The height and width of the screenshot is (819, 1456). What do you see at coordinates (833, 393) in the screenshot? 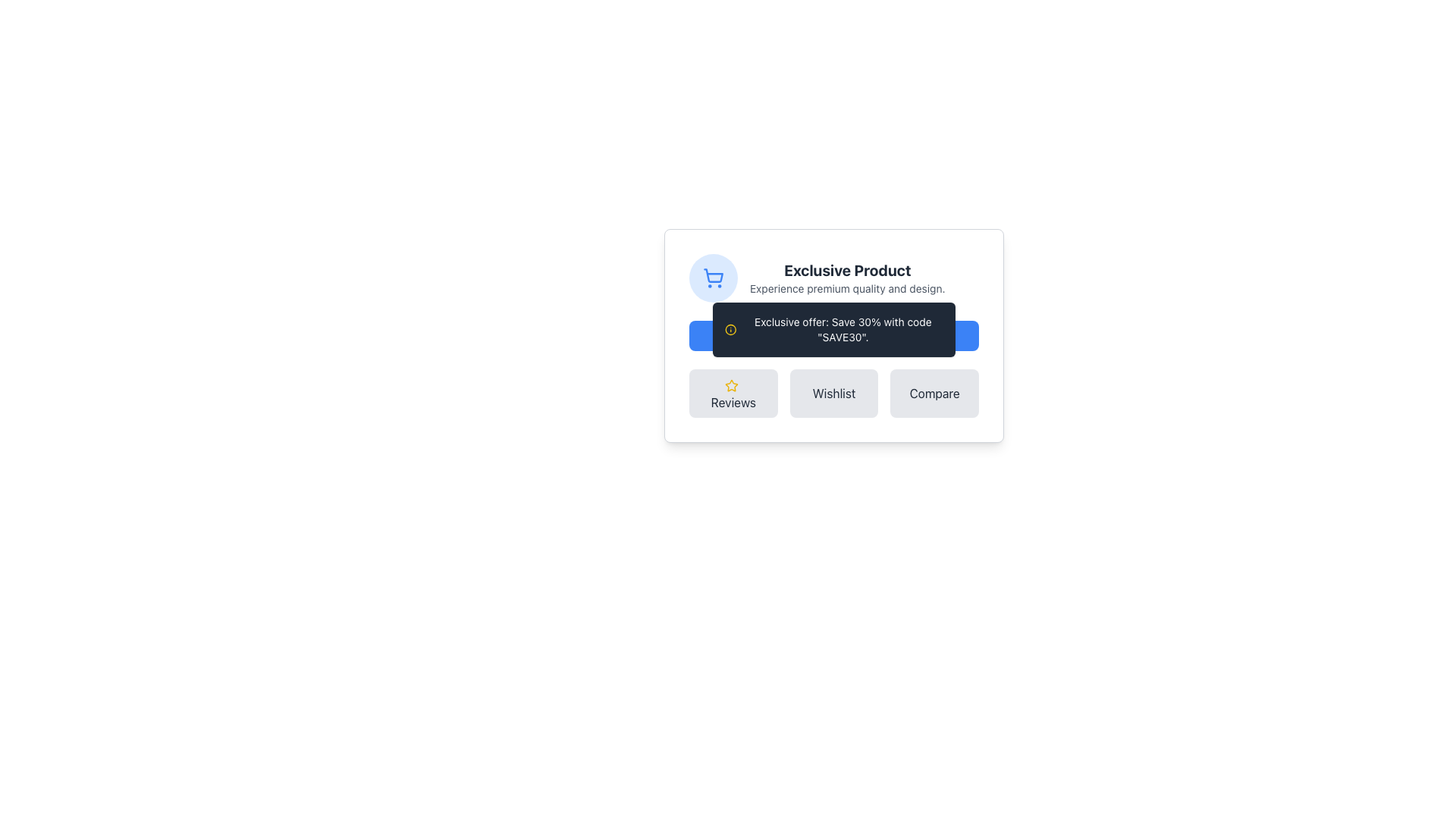
I see `the 'Wishlist' button, which is a rectangular button with rounded edges, light gray background, and dark gray text, located in the bottom middle section of the interface` at bounding box center [833, 393].